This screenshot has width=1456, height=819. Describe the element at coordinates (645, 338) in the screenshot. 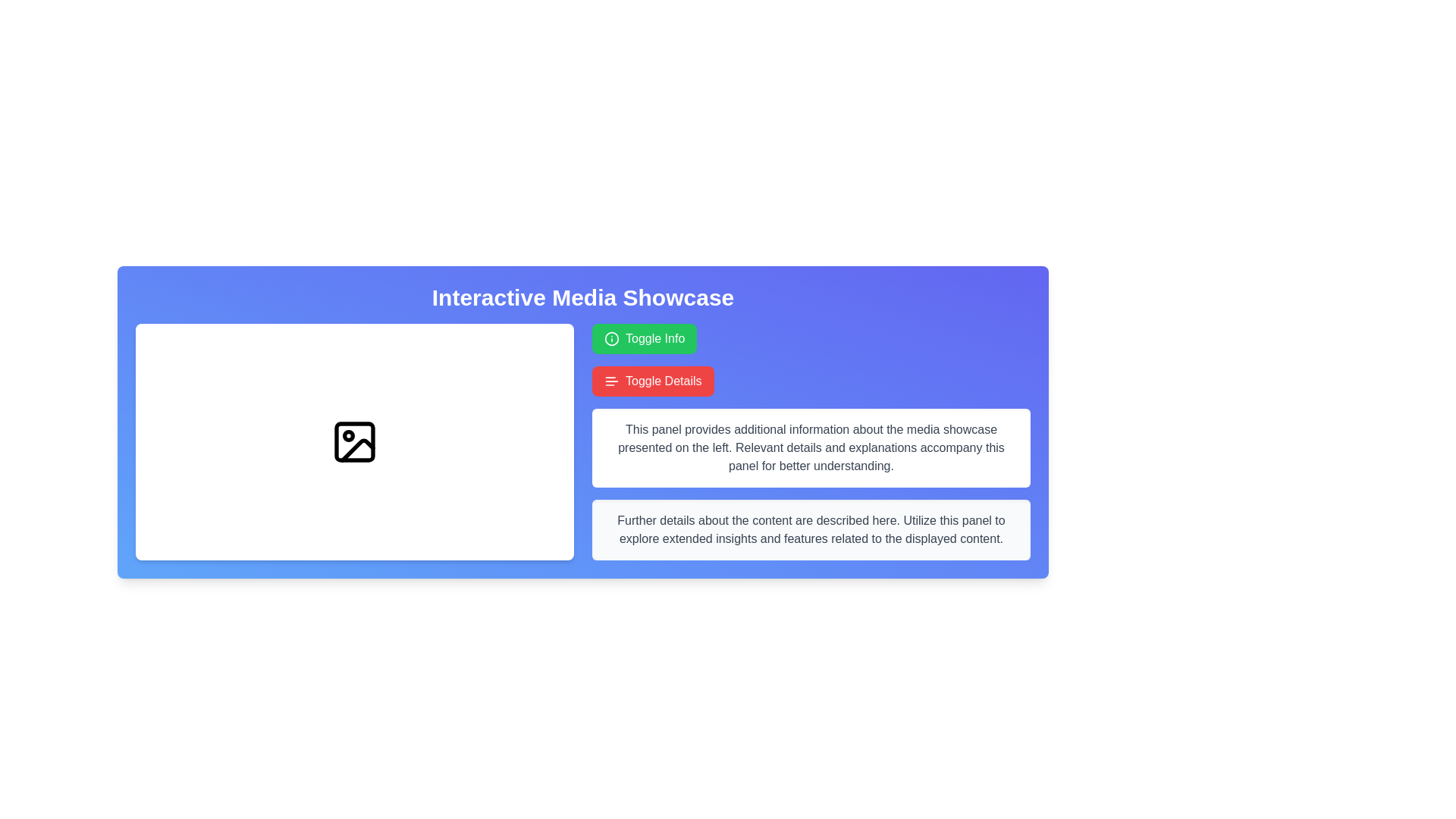

I see `the green 'Toggle Info' button with rounded corners and an 'i' icon to observe any hover effects` at that location.